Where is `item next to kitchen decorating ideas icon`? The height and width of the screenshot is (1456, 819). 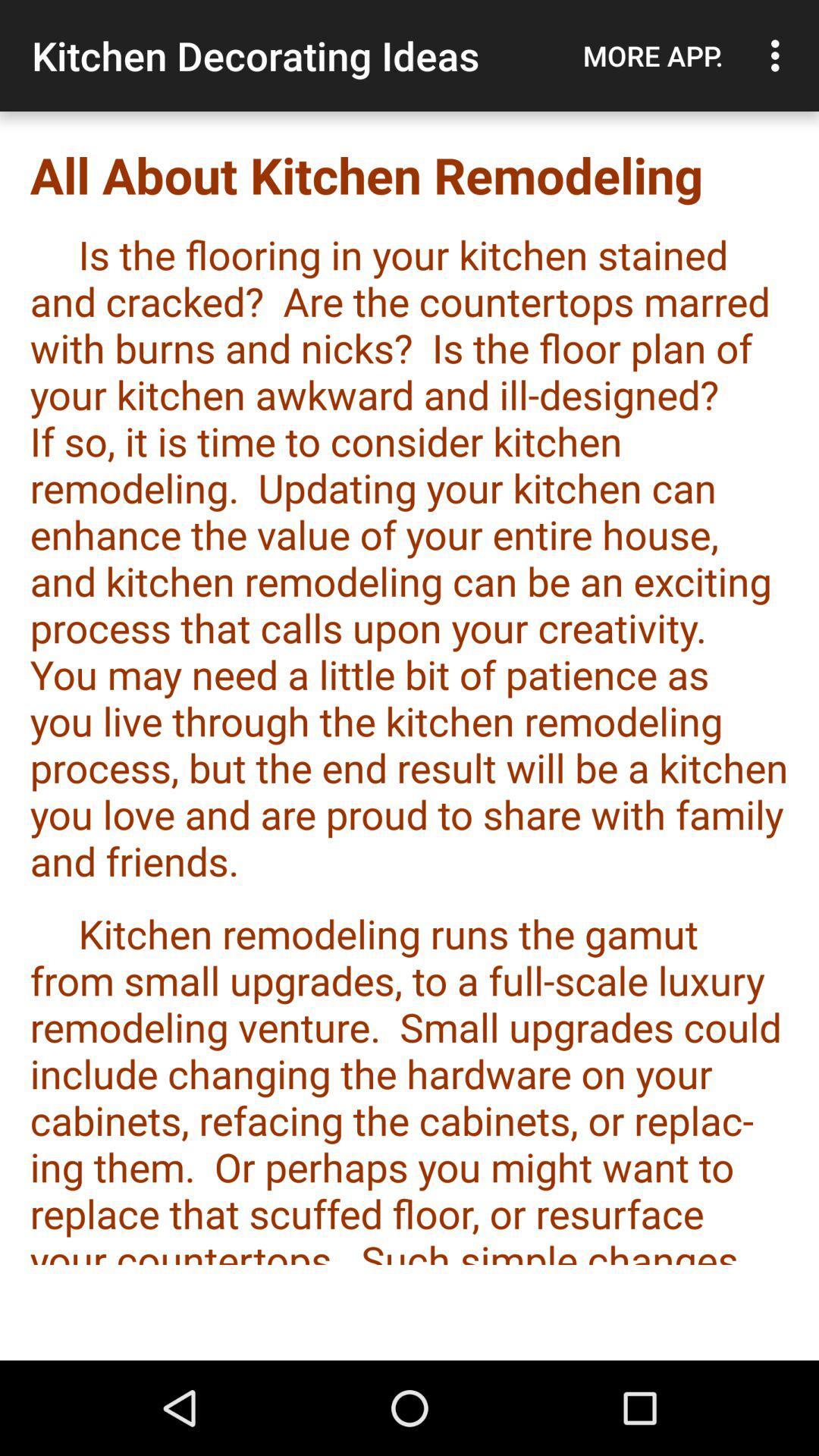
item next to kitchen decorating ideas icon is located at coordinates (652, 55).